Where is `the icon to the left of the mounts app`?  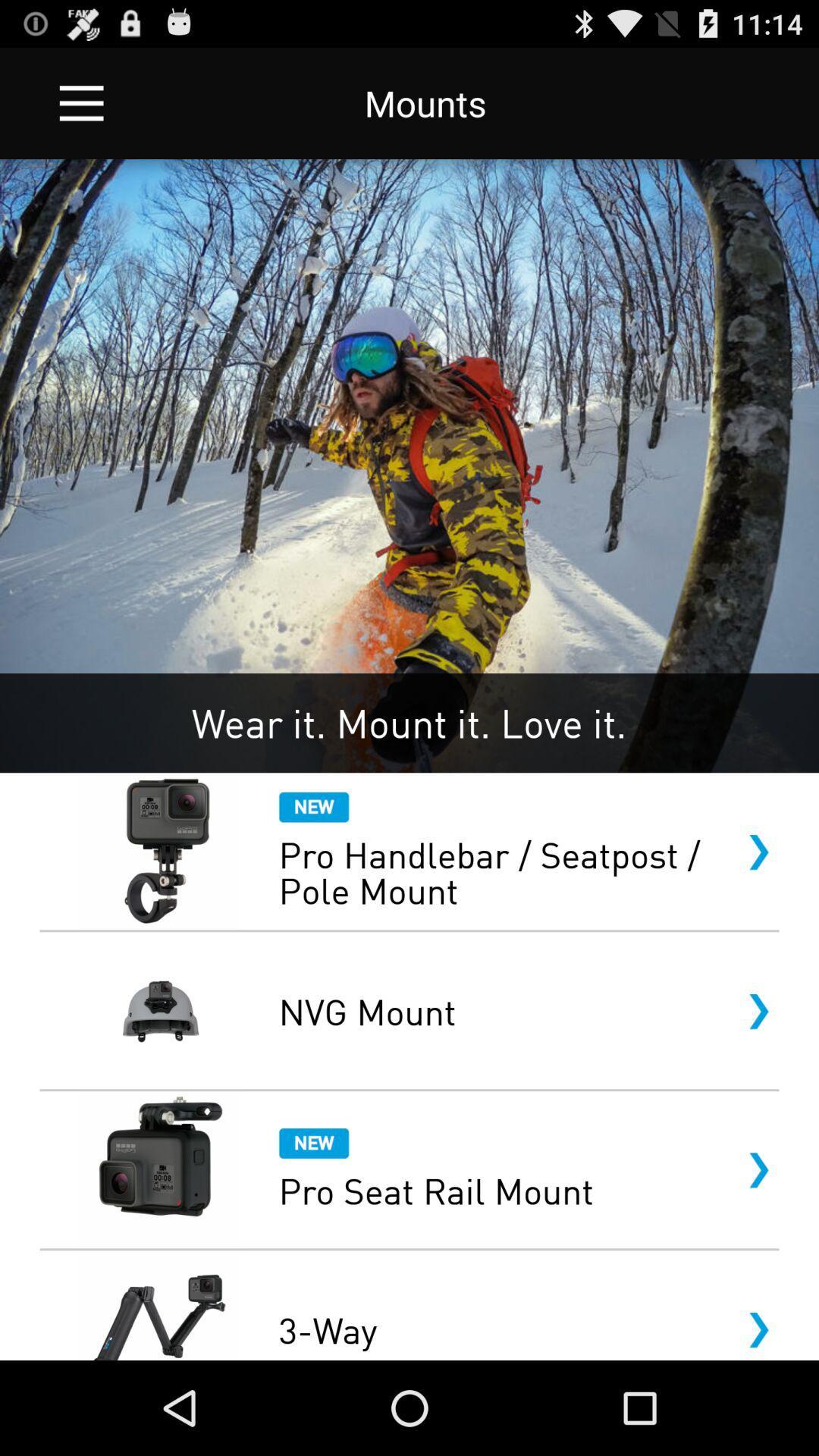
the icon to the left of the mounts app is located at coordinates (81, 102).